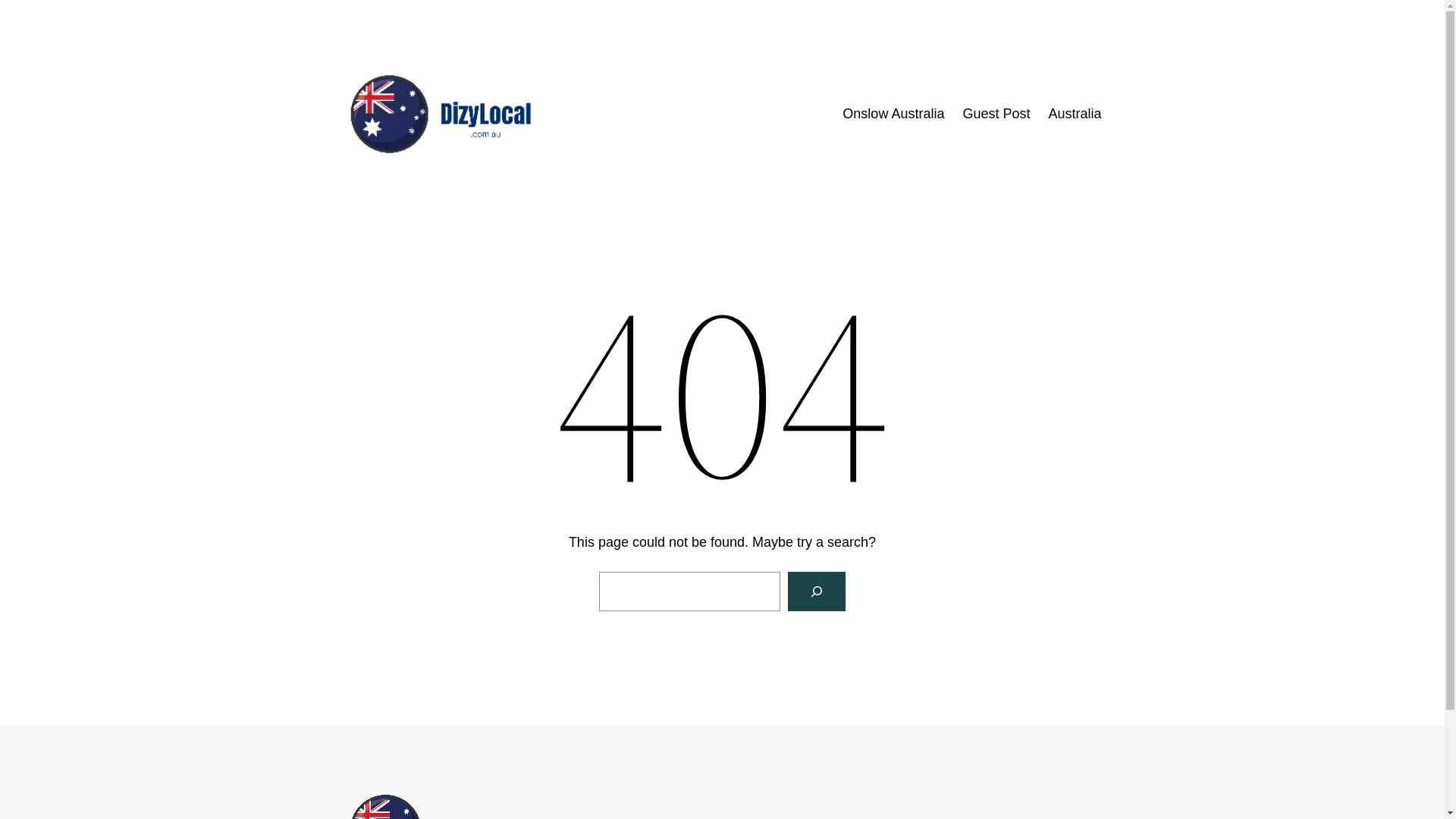  What do you see at coordinates (996, 113) in the screenshot?
I see `'Guest Post'` at bounding box center [996, 113].